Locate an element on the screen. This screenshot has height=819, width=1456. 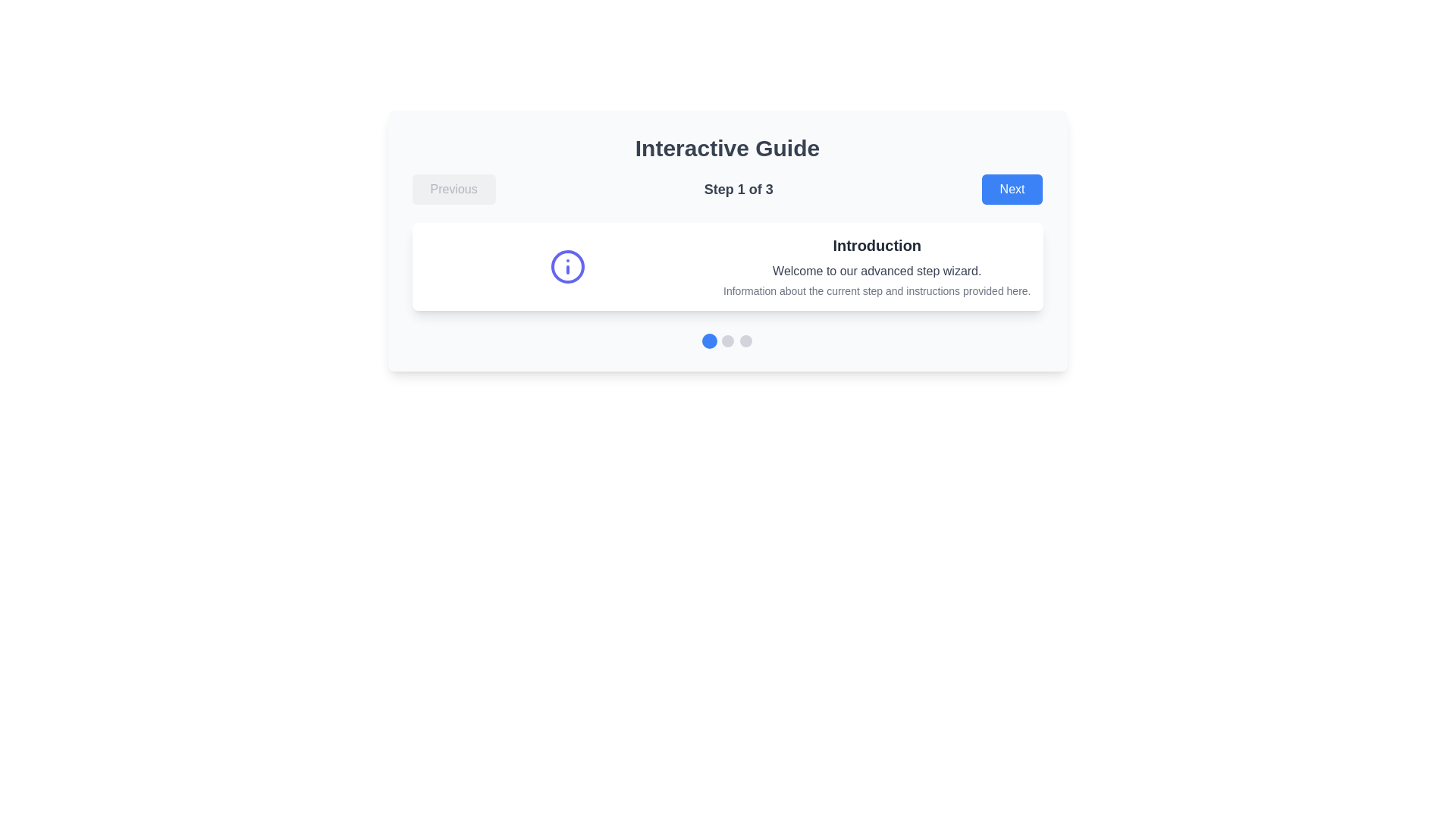
the blue 'Next' button with rounded corners to proceed to the next step is located at coordinates (1012, 189).